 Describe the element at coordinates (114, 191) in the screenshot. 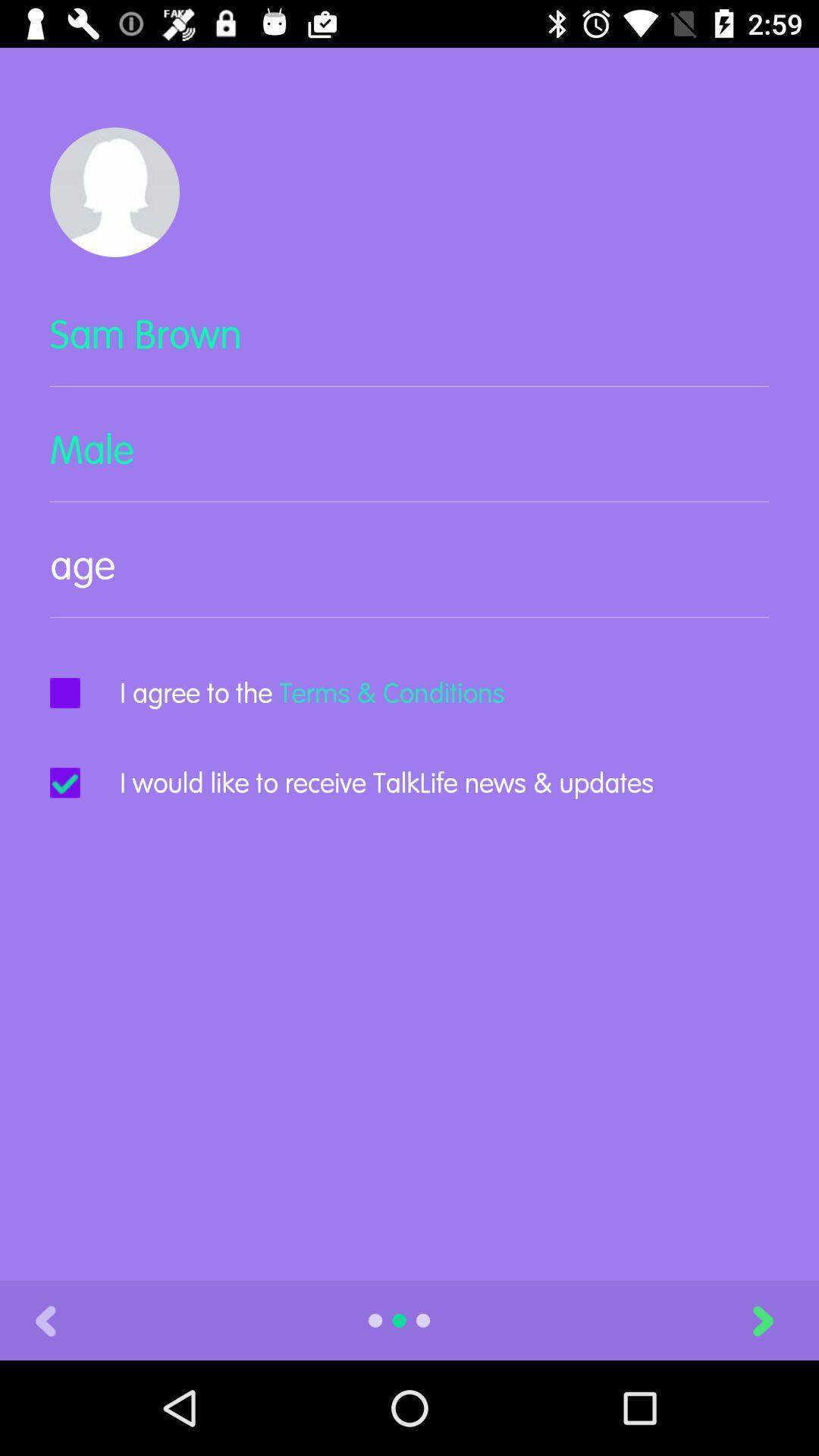

I see `the item above sam brown icon` at that location.